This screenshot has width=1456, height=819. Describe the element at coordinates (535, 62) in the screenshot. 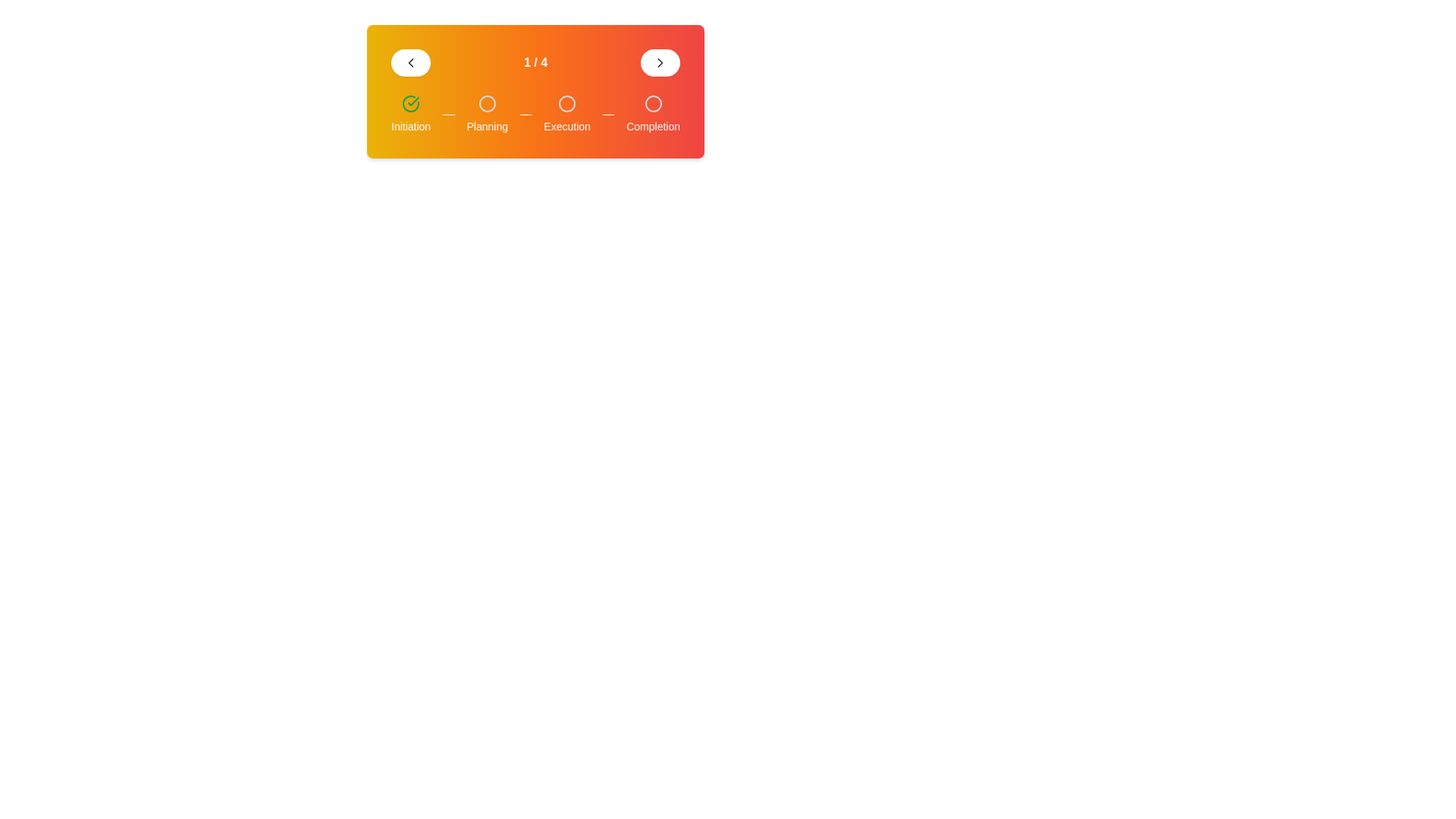

I see `the central text display indicator showing '1 / 4' within the navigation panel, positioned between the backward and forward navigation buttons` at that location.